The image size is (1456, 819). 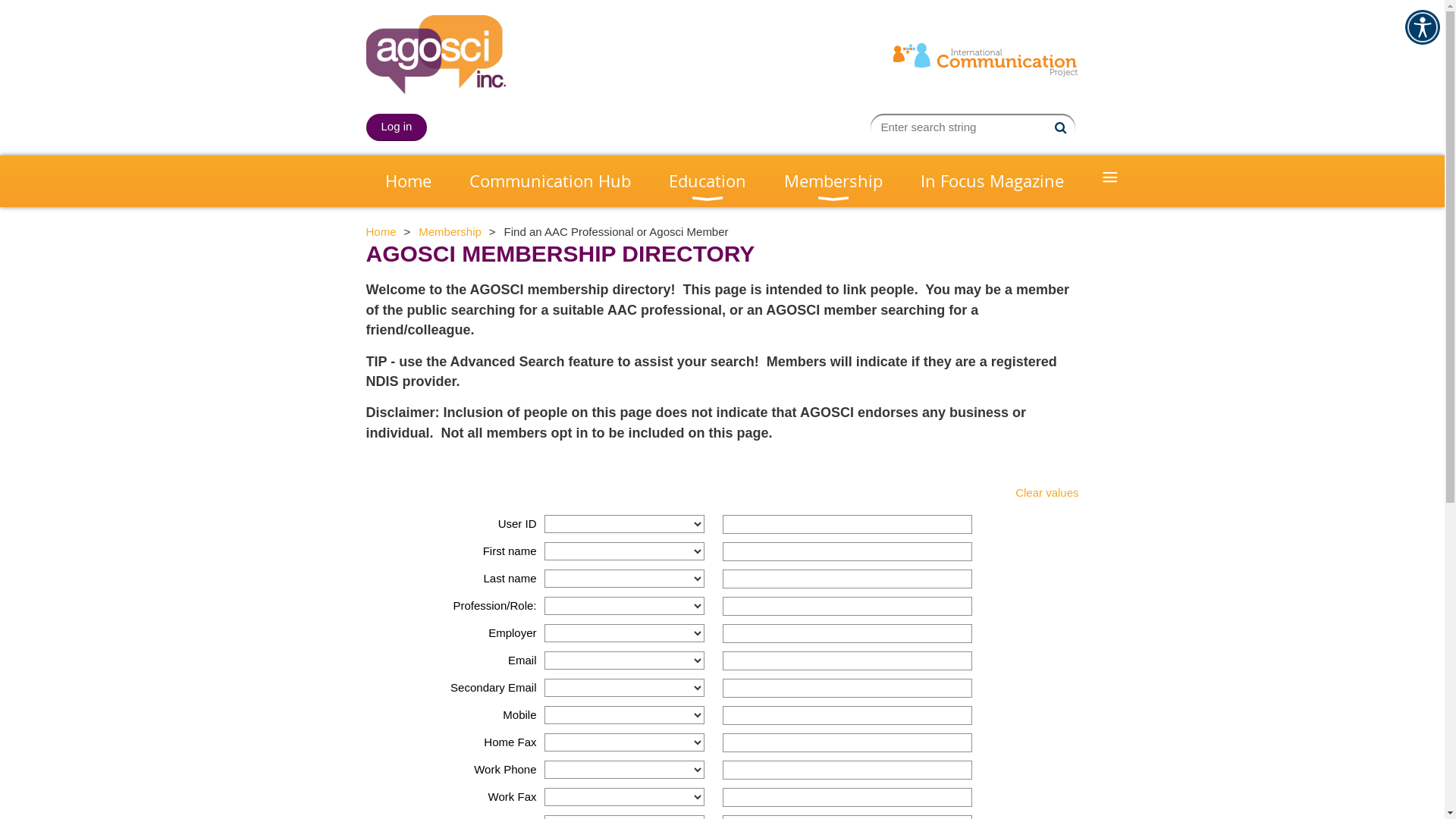 I want to click on 'In Focus Magazine', so click(x=991, y=180).